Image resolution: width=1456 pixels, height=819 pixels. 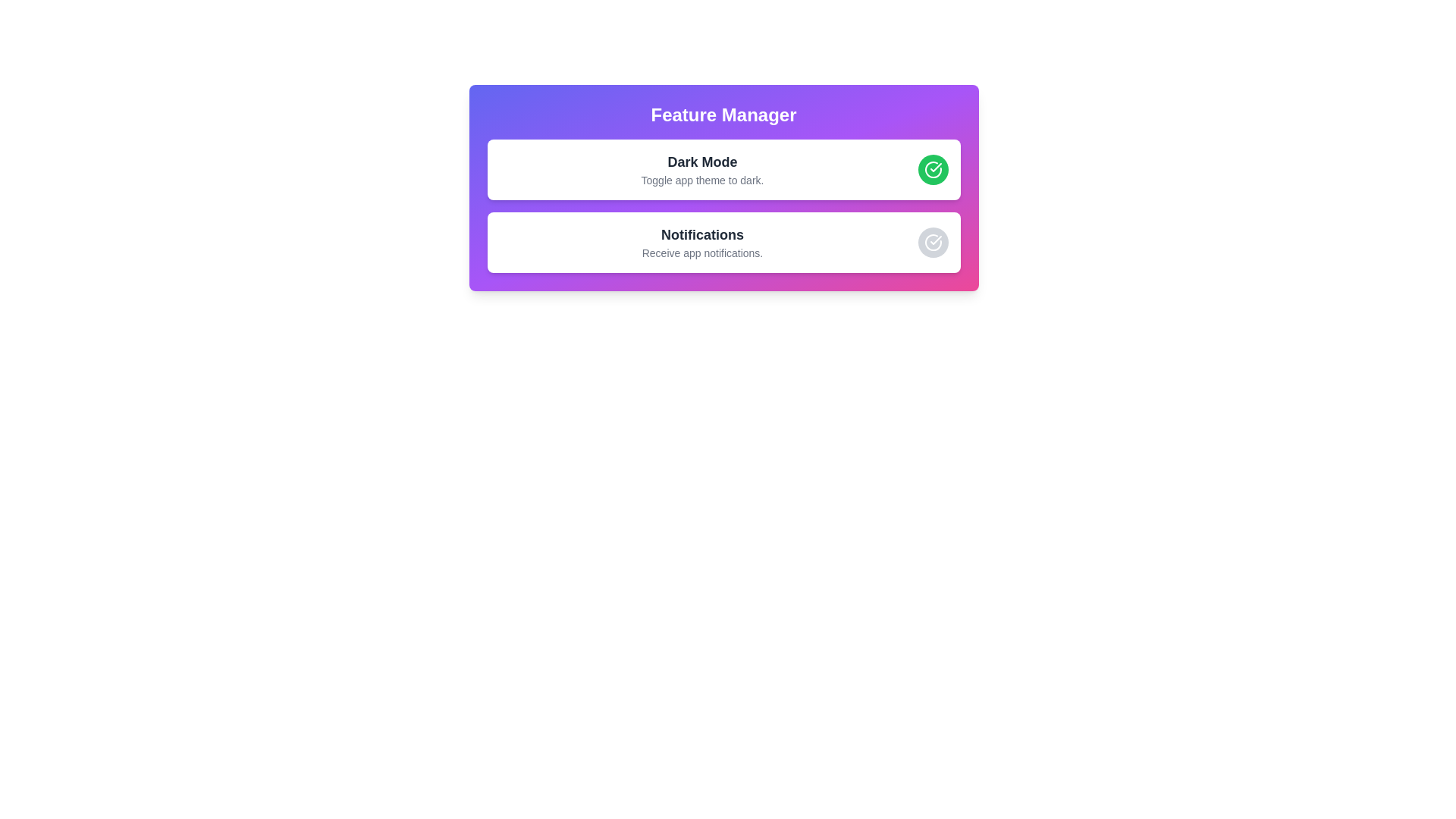 I want to click on the text label stating 'Toggle app theme to dark.' which is located below the 'Dark Mode' heading in the feature settings card, so click(x=701, y=180).